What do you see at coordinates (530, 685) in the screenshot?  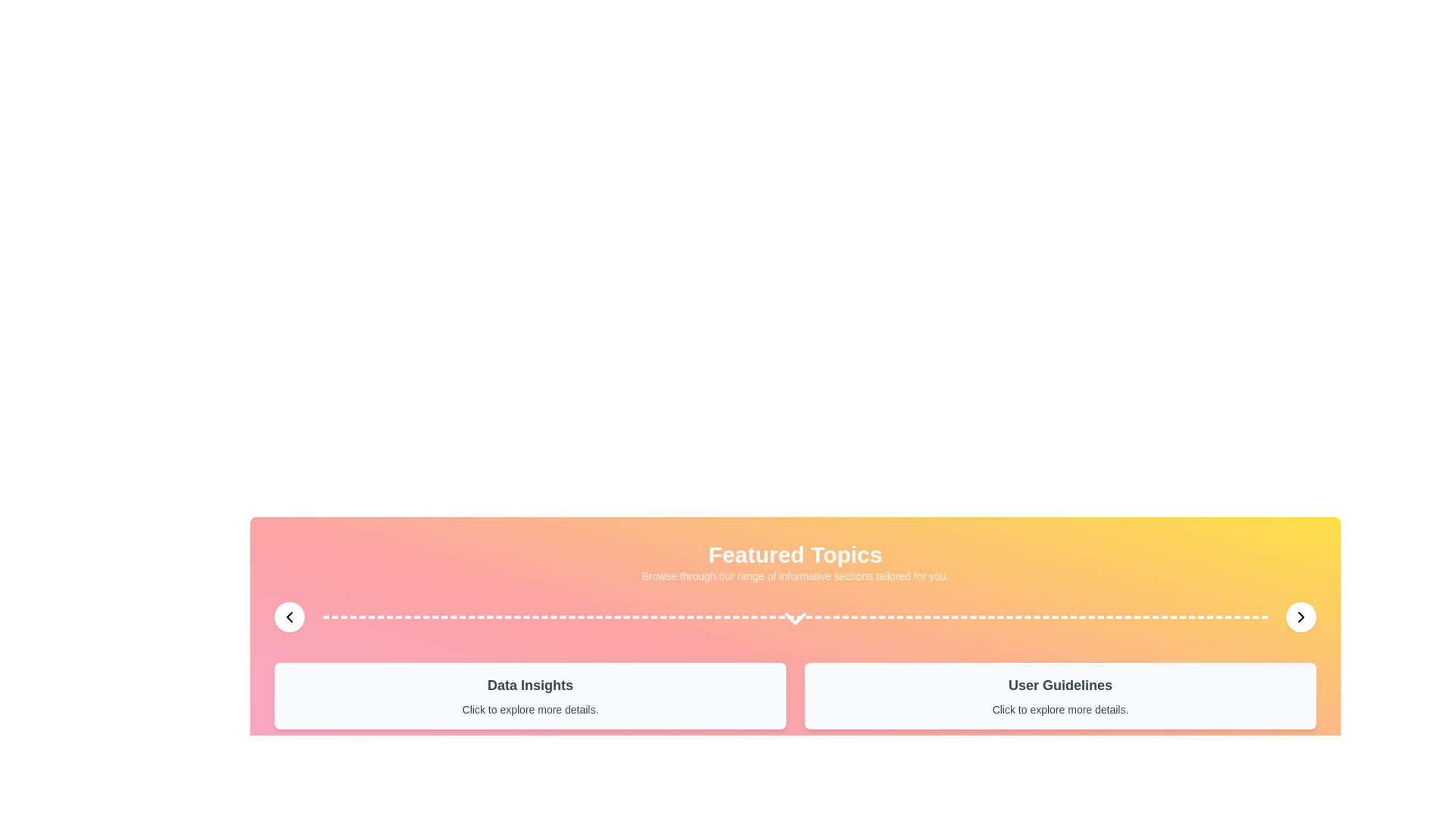 I see `bold, large-font text labeled 'Data Insights' located at the top of the left card within the bottom section of the interface` at bounding box center [530, 685].